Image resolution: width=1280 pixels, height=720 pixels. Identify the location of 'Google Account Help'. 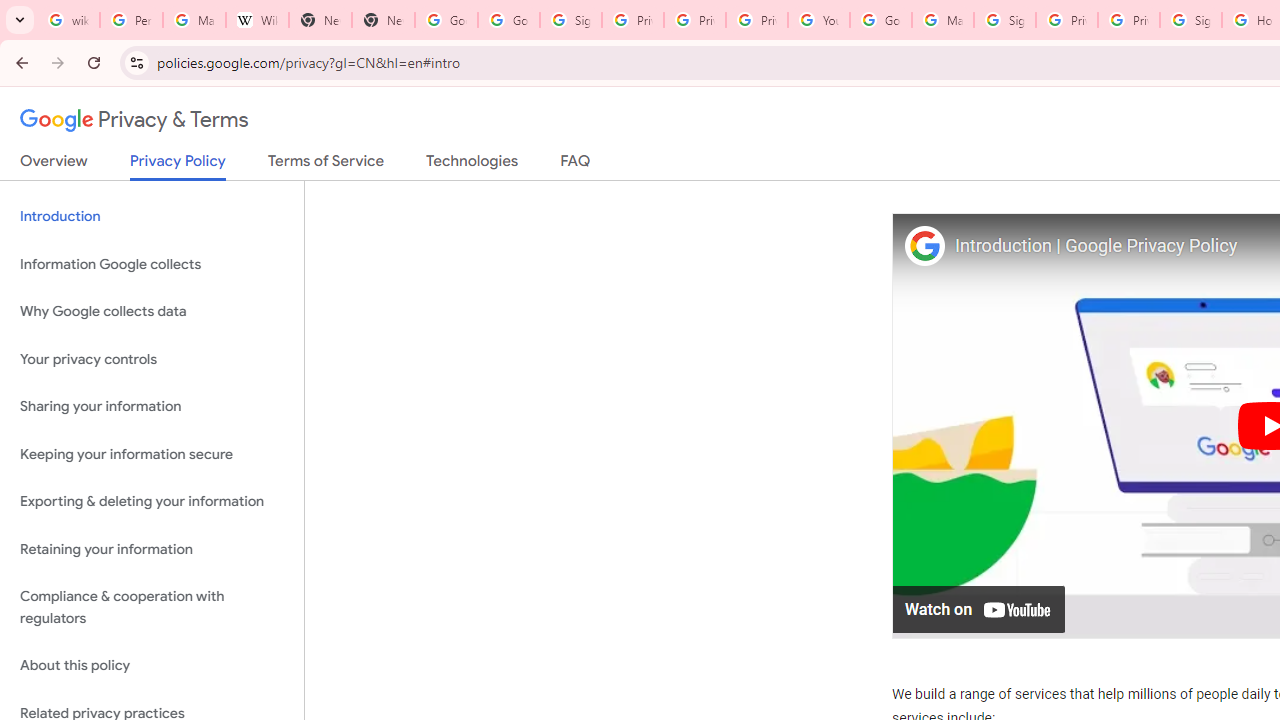
(880, 20).